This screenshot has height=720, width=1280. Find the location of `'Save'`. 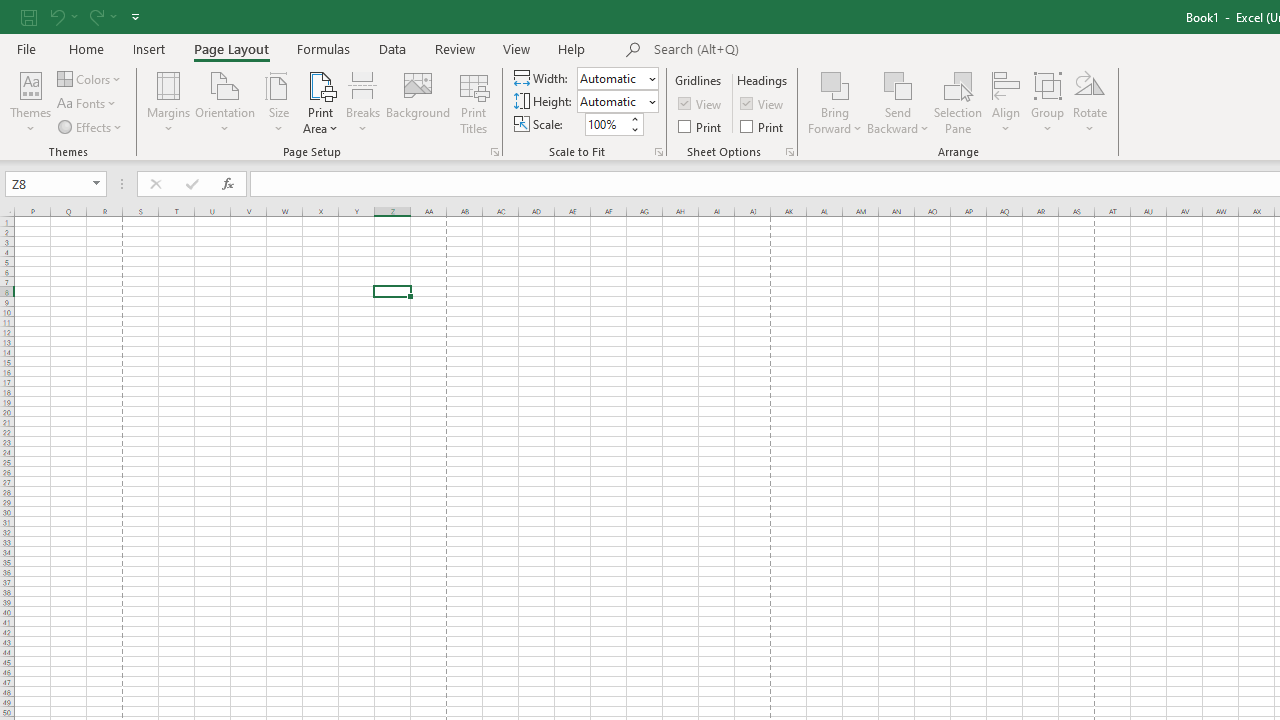

'Save' is located at coordinates (29, 16).